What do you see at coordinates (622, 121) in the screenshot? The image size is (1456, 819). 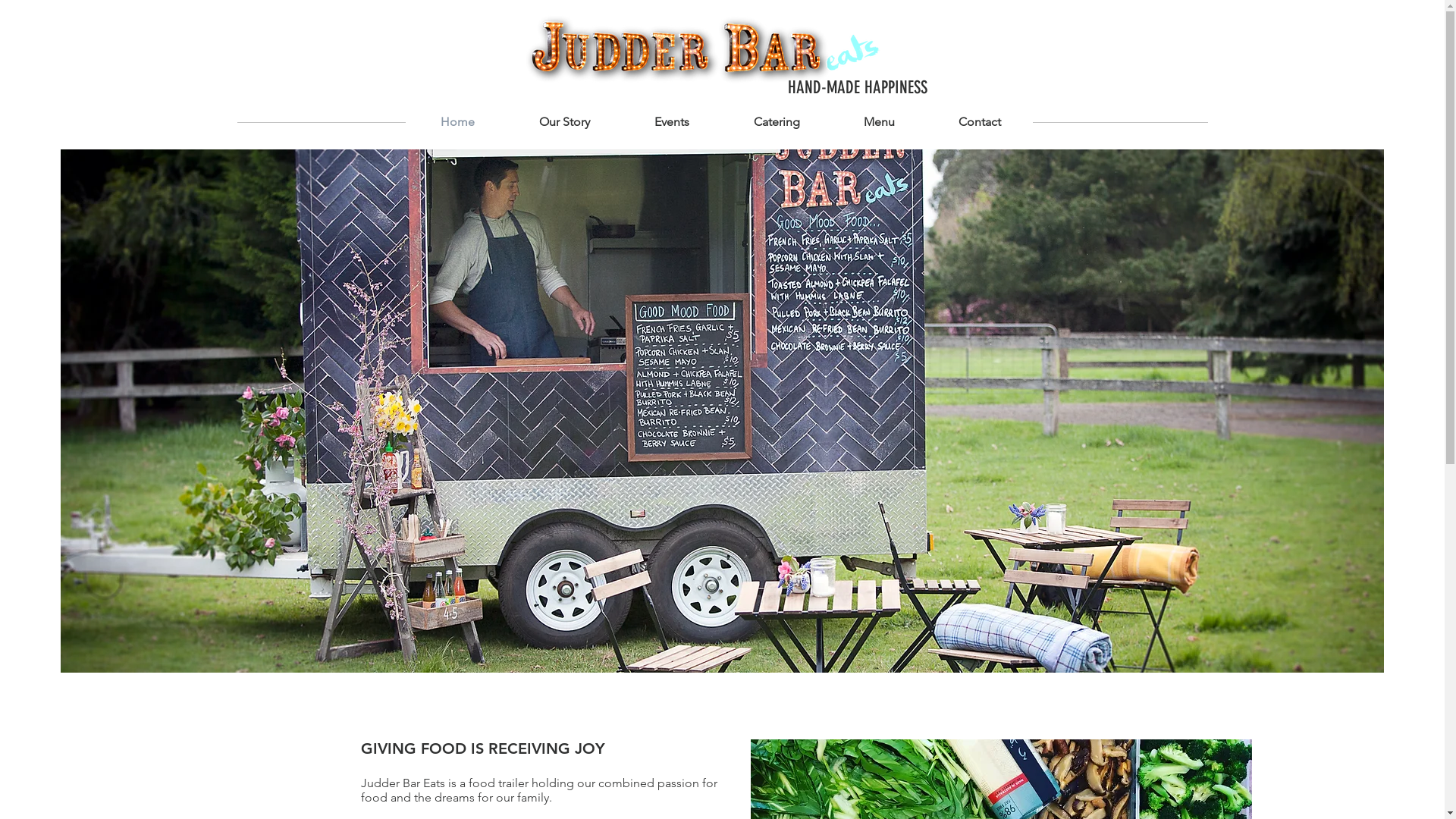 I see `'Events'` at bounding box center [622, 121].